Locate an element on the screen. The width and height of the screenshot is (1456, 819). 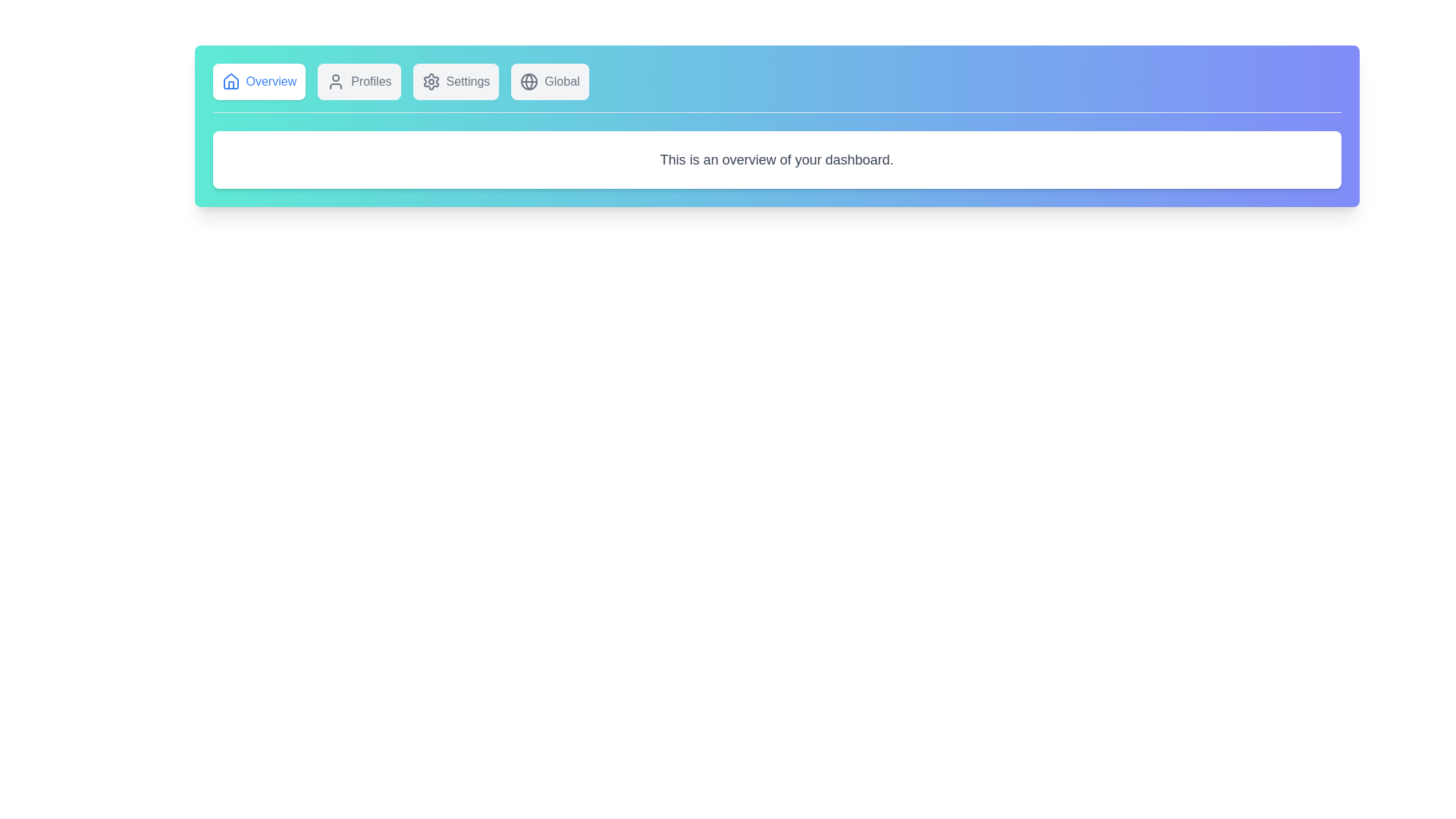
the tab labeled Profiles is located at coordinates (358, 82).